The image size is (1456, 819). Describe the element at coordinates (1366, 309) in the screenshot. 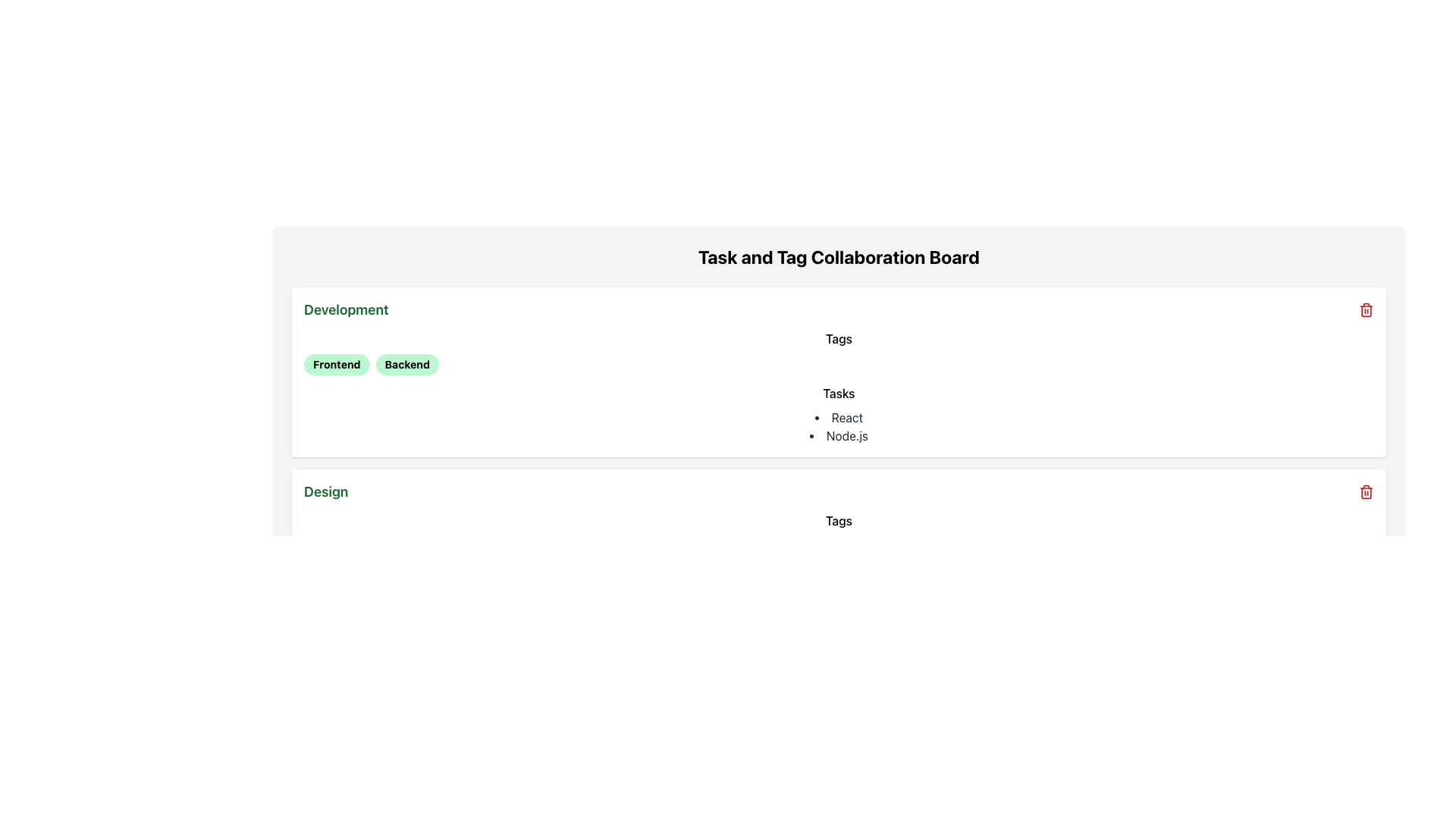

I see `the trash can icon located at the far right of the task category section headers` at that location.